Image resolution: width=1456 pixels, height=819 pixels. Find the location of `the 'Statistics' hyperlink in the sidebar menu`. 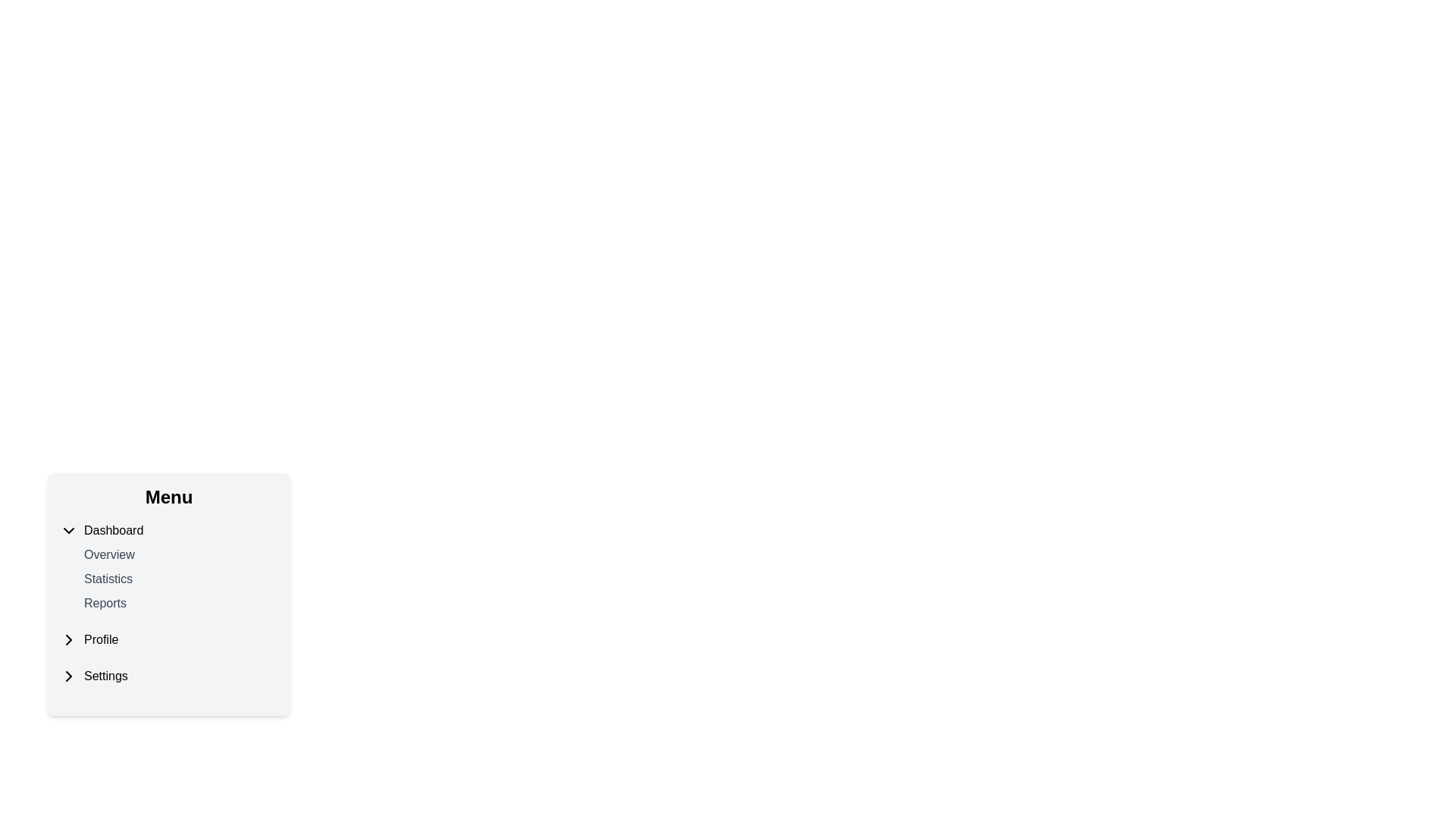

the 'Statistics' hyperlink in the sidebar menu is located at coordinates (108, 579).